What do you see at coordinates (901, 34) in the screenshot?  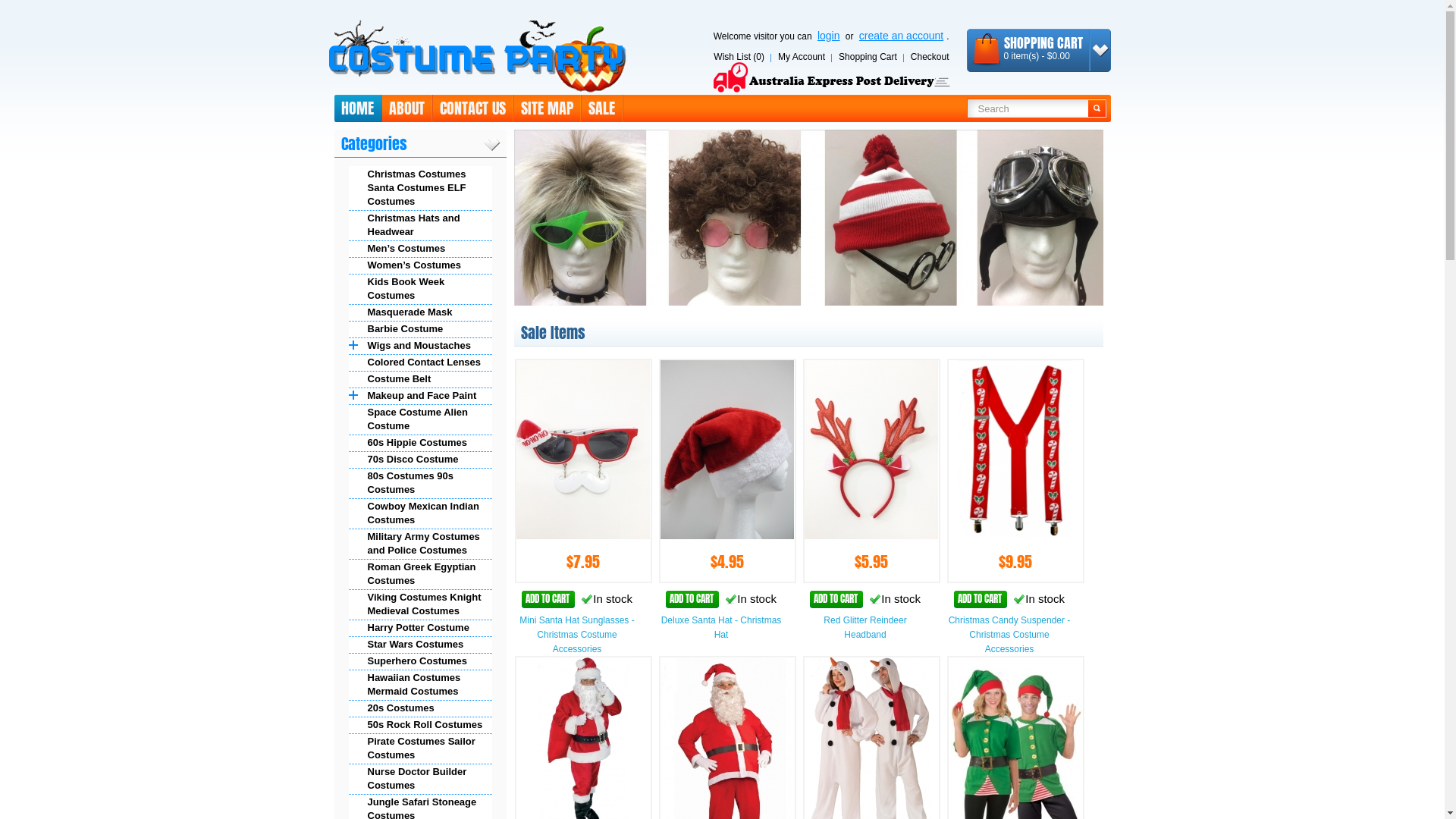 I see `'create an account'` at bounding box center [901, 34].